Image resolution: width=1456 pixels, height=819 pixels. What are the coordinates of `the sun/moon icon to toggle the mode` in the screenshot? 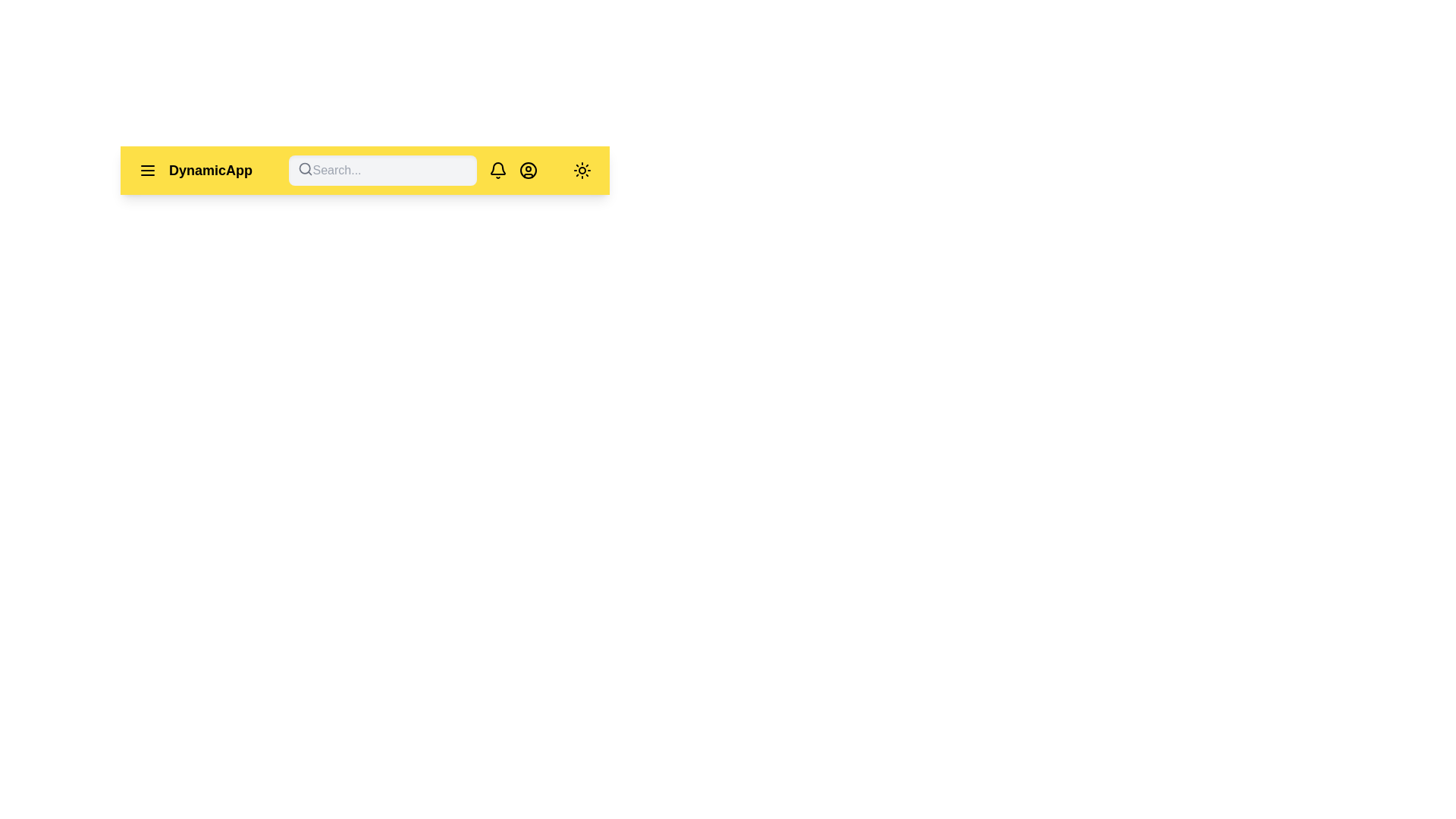 It's located at (582, 170).